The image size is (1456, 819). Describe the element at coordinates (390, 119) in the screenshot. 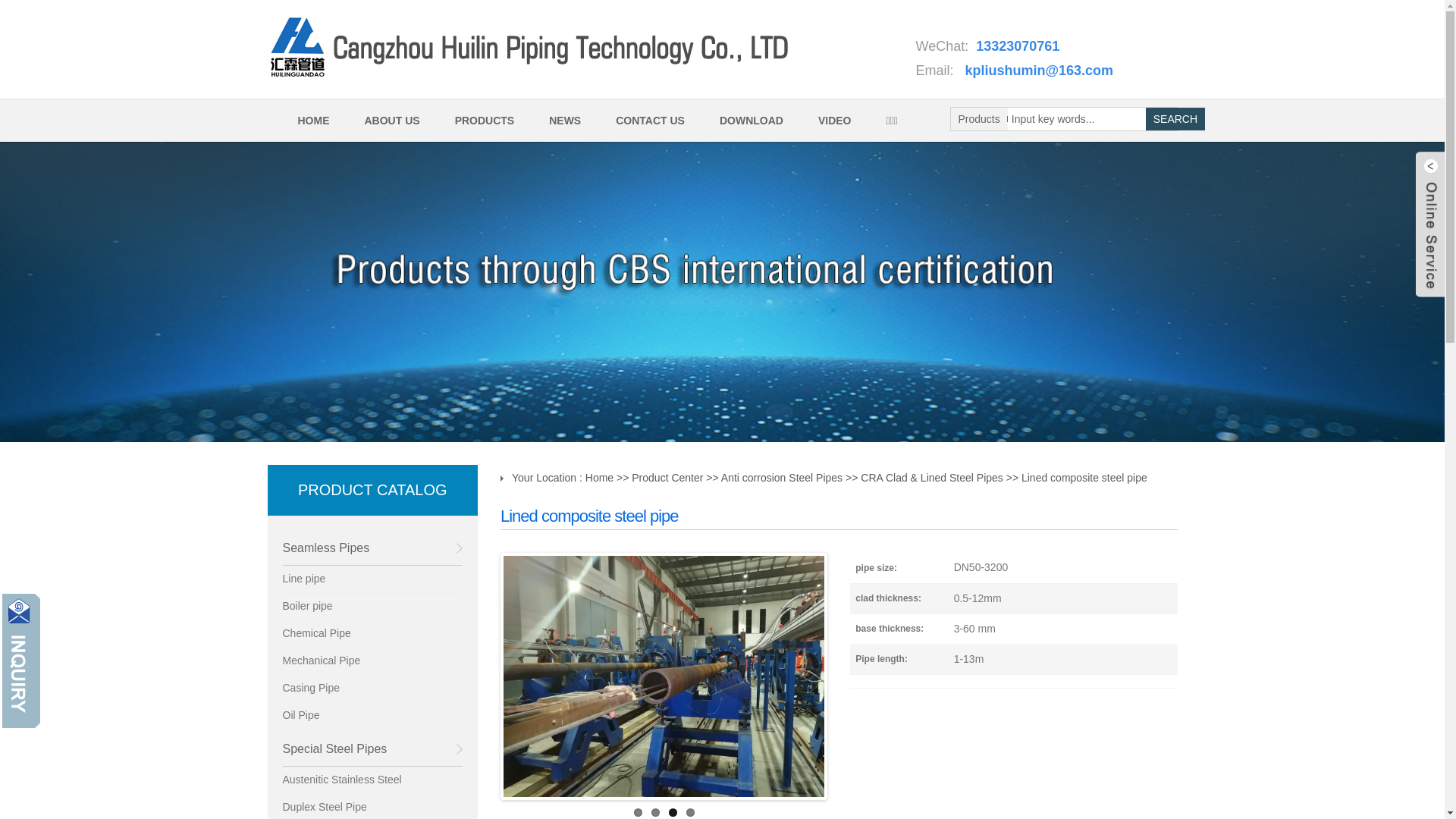

I see `'ABOUT US'` at that location.